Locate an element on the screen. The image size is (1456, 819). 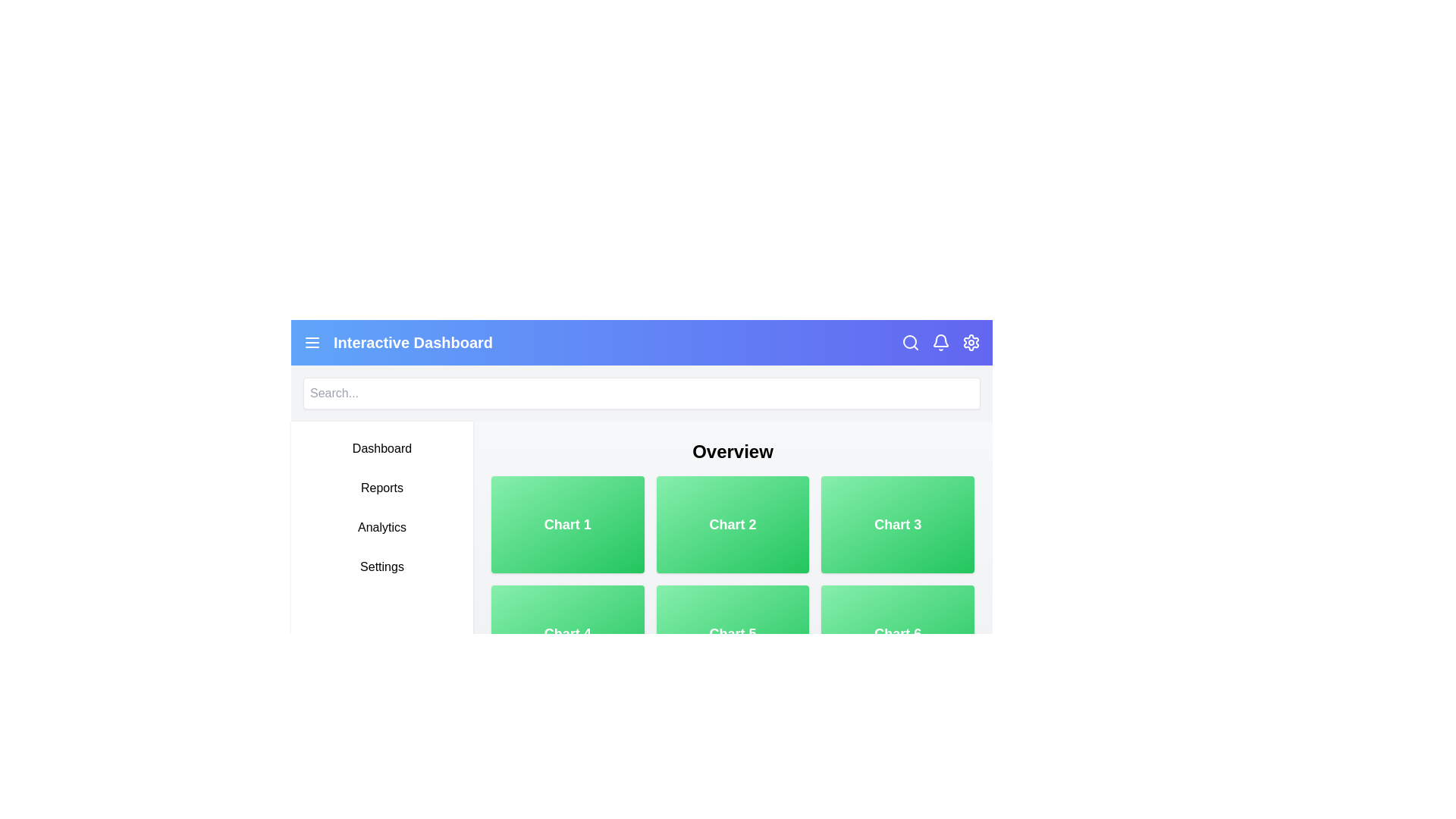
the Reports from the sidebar menu is located at coordinates (382, 488).